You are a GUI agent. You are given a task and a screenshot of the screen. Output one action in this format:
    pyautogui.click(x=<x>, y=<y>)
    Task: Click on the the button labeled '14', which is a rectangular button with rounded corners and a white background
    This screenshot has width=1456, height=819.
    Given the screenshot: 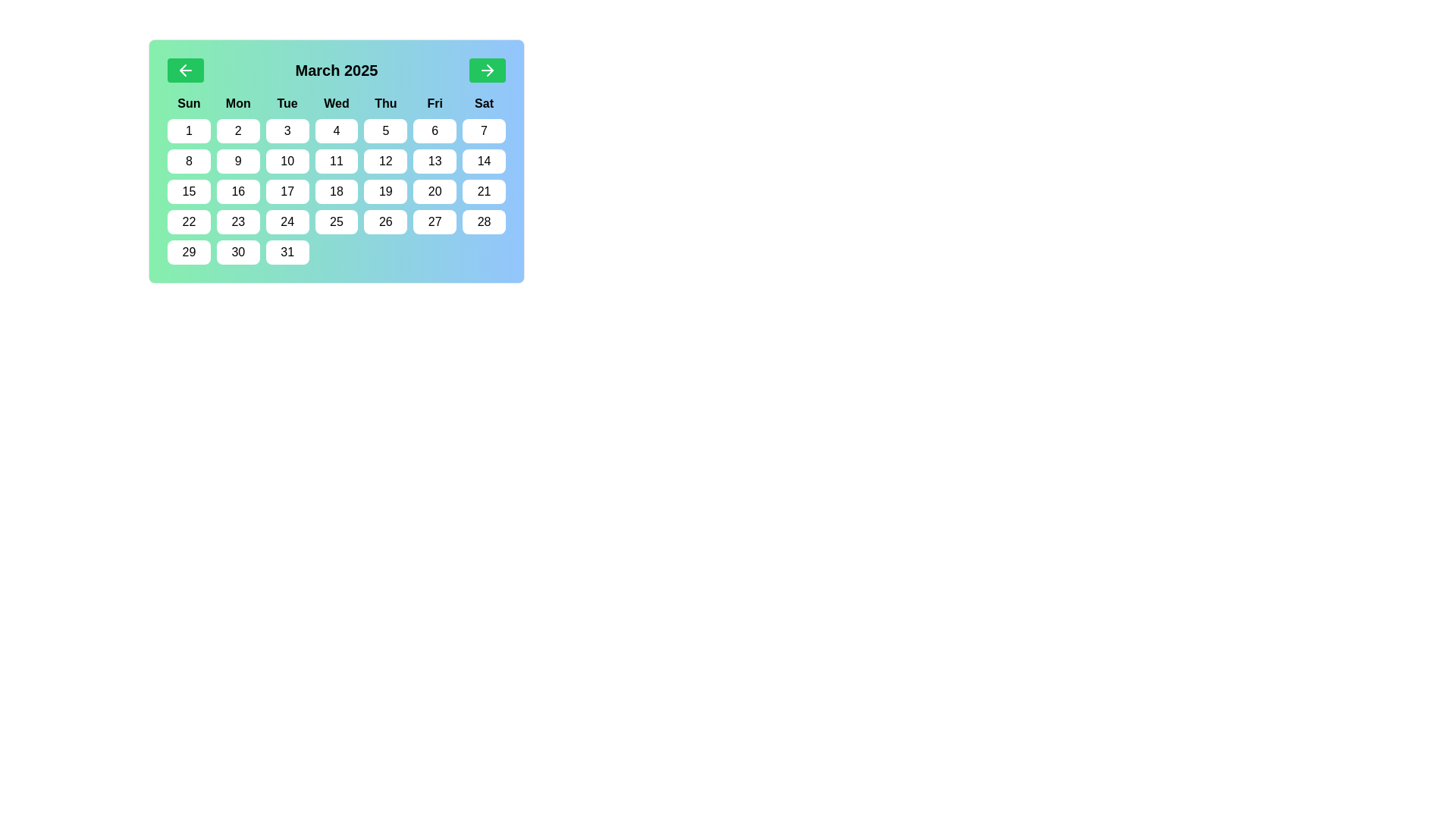 What is the action you would take?
    pyautogui.click(x=483, y=161)
    